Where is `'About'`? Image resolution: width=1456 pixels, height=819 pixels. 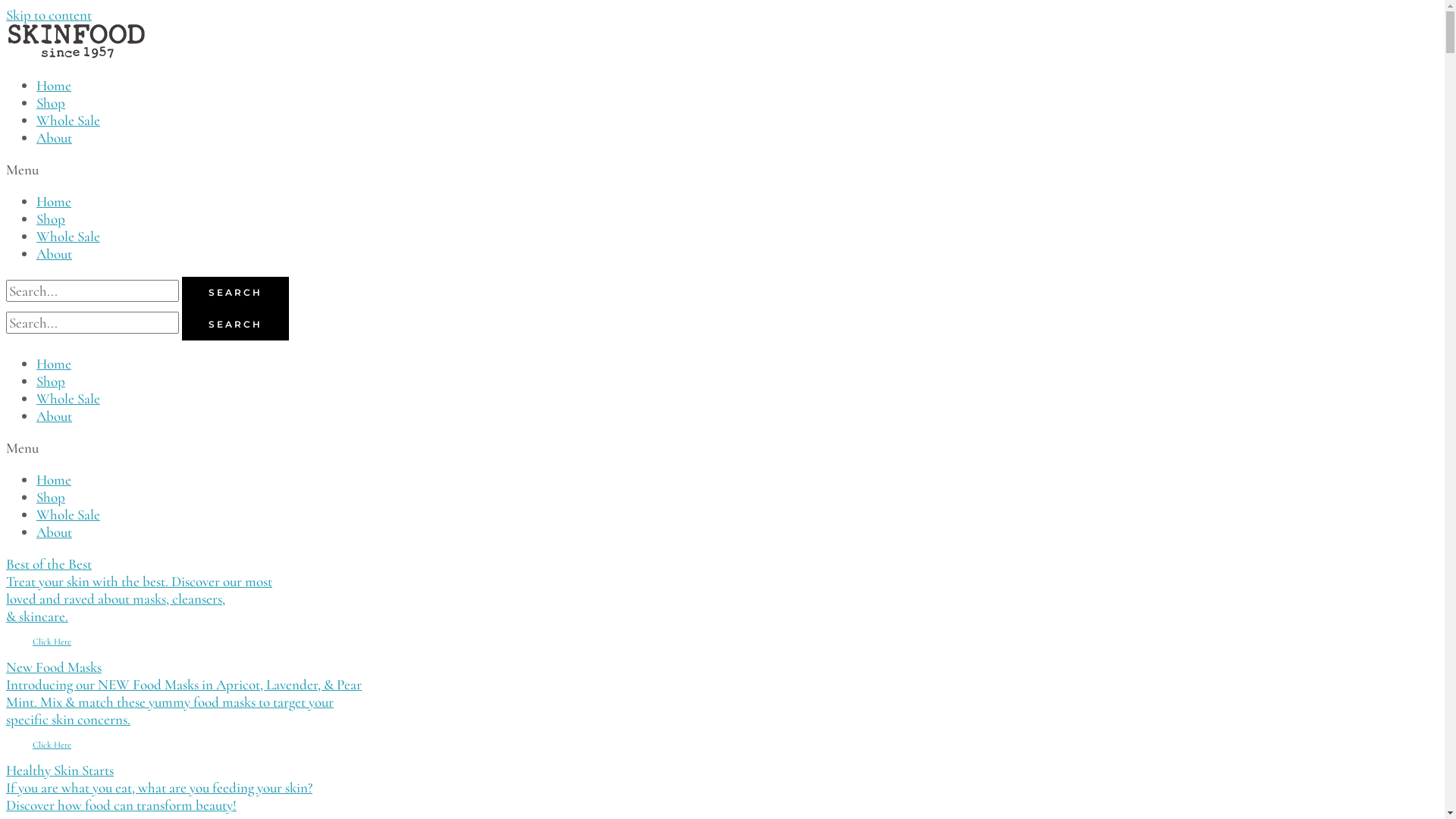 'About' is located at coordinates (54, 416).